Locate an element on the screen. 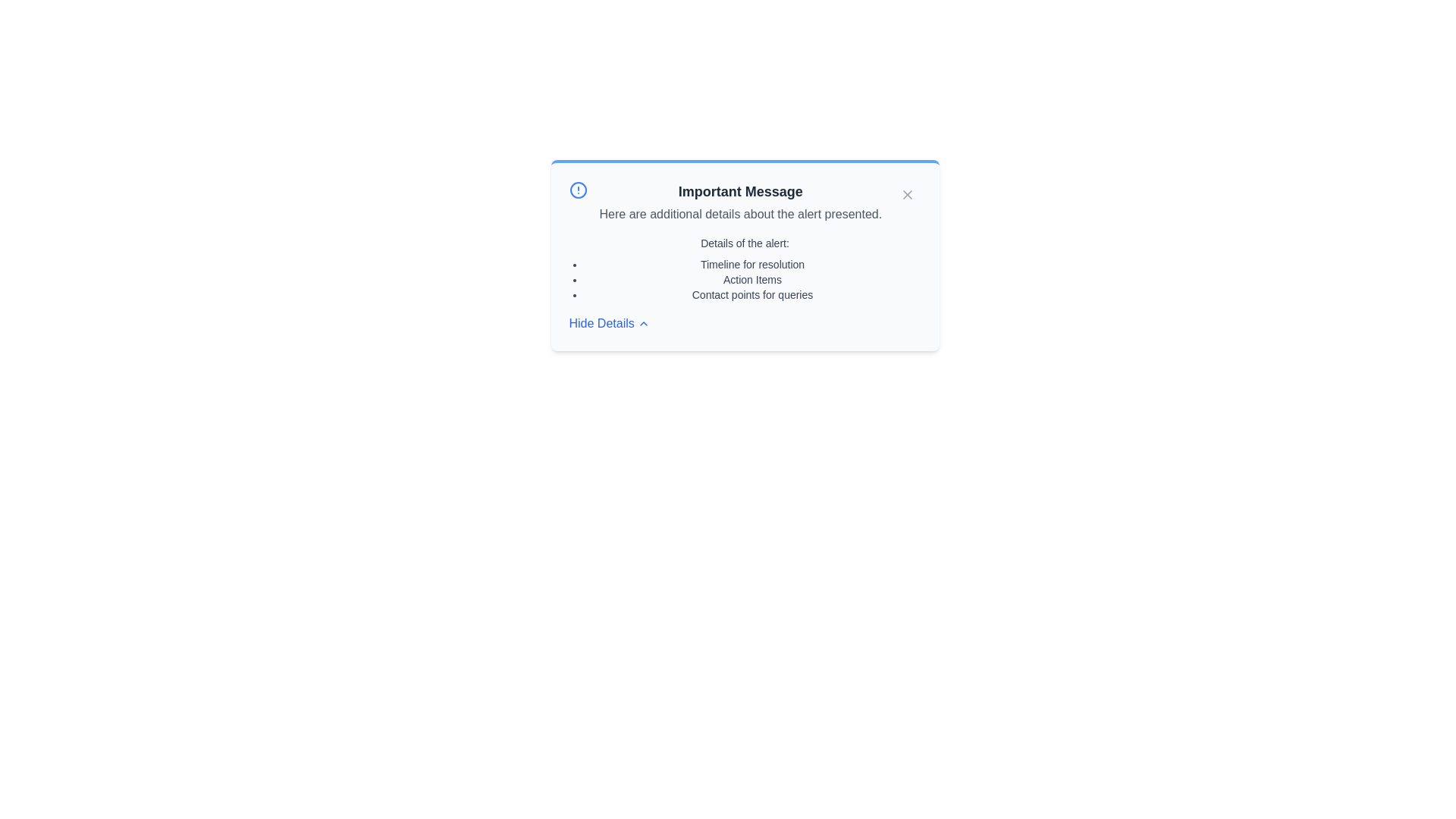 The width and height of the screenshot is (1456, 819). the 'Action Items' text label located in the popup under the heading 'Important Message', which is the second item in a list of three elements is located at coordinates (752, 280).